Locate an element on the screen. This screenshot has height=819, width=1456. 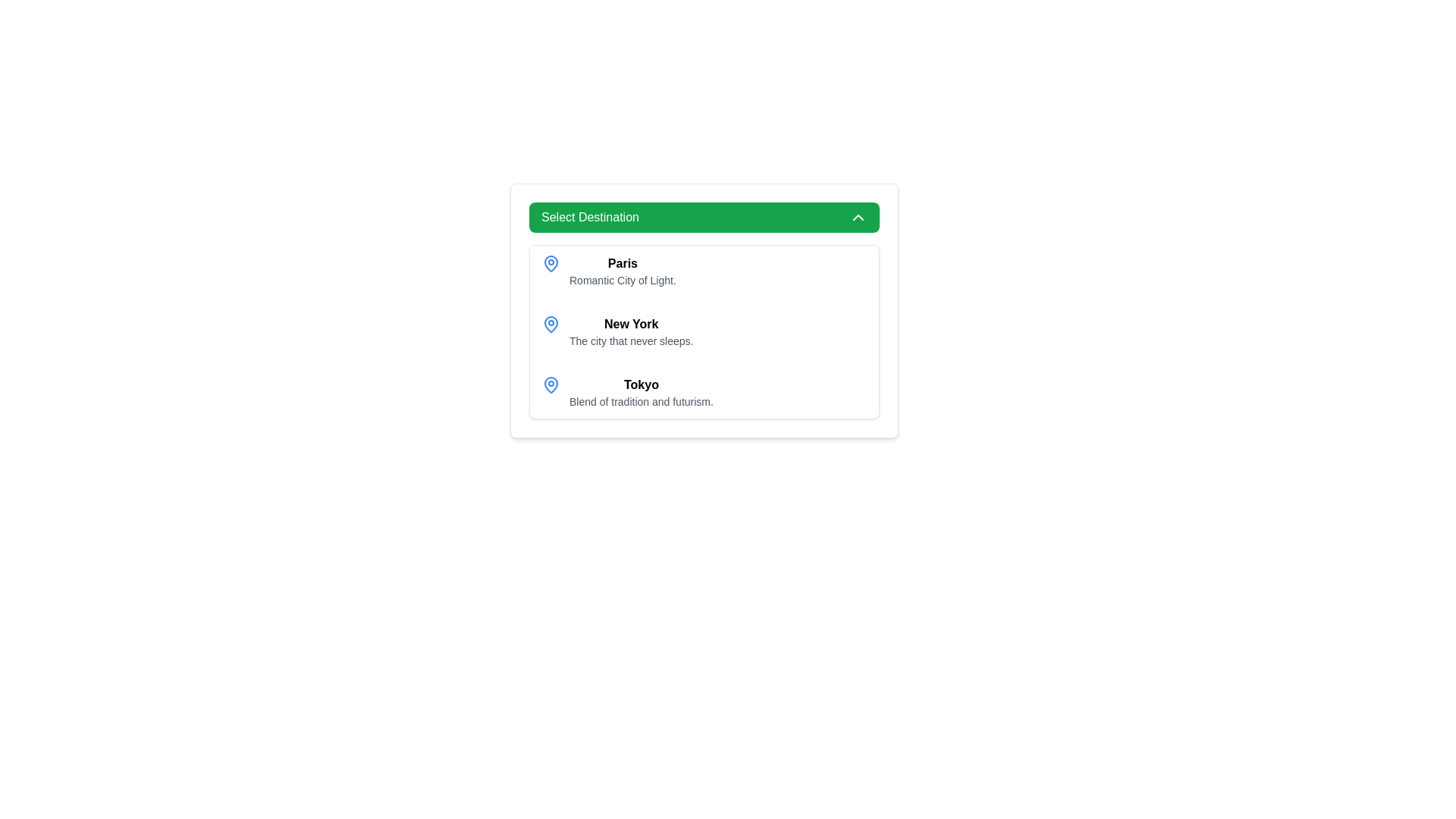
the static text label that reads 'Tokyo', which is positioned above the description 'Blend of tradition and futurism.' is located at coordinates (641, 384).